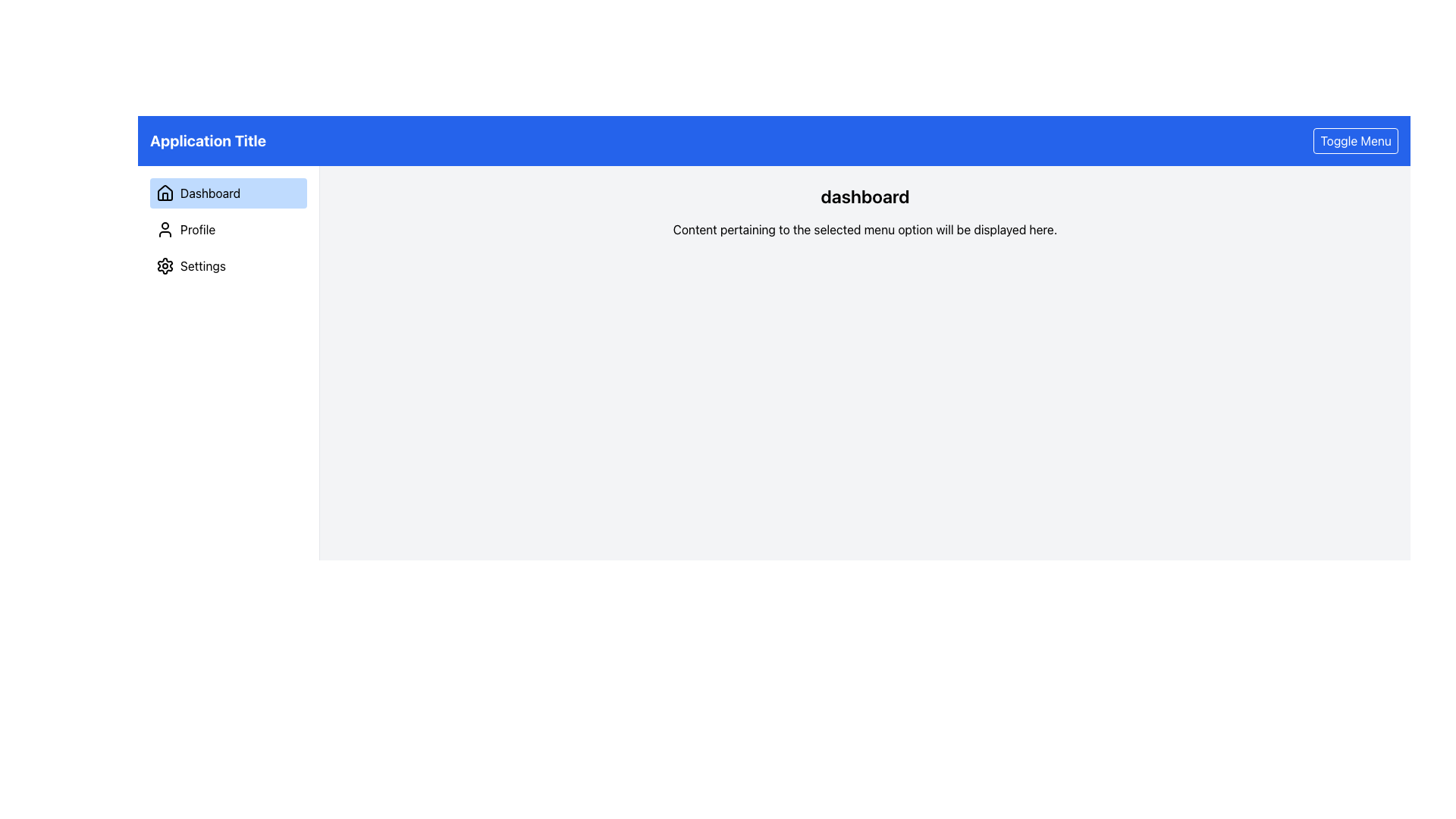  I want to click on the 'Dashboard' menu item, which is the first item in the vertical menu list on the left side of the interface, to observe hover effects, so click(227, 192).